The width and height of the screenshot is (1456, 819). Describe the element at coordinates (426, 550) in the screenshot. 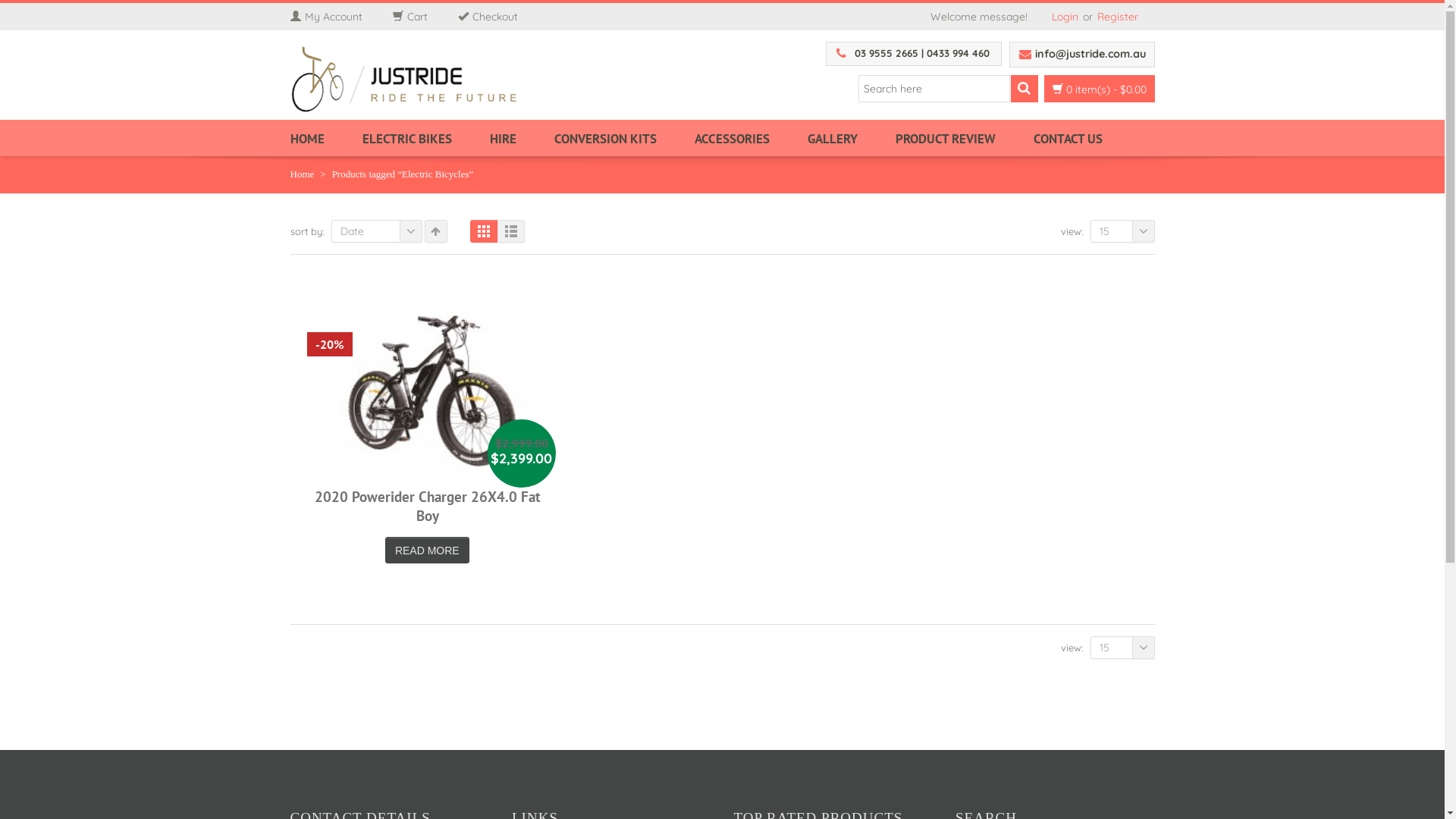

I see `'READ MORE'` at that location.